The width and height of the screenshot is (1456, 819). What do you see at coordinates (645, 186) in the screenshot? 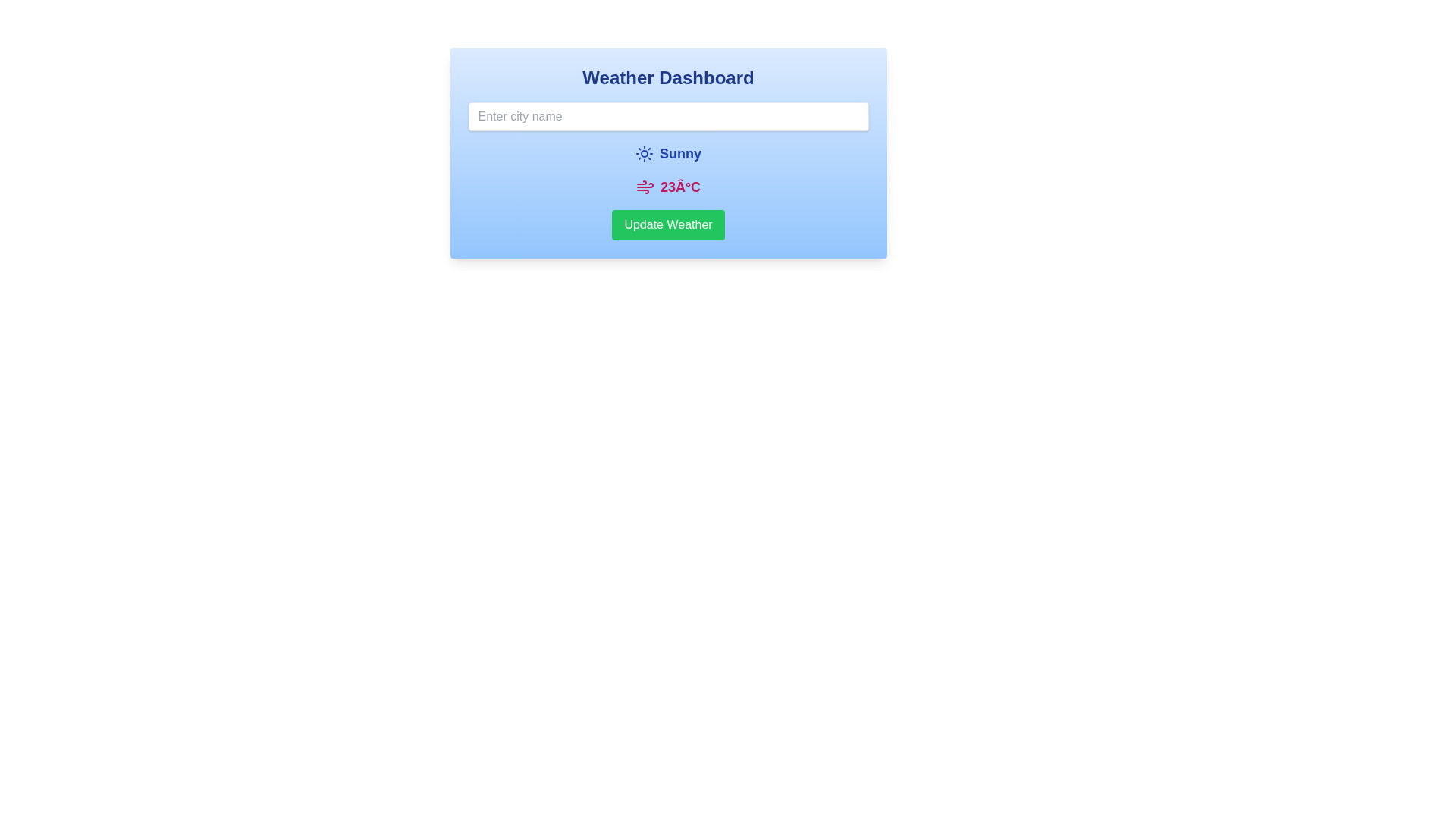
I see `the wind icon located immediately to the left of the '23°C' text in the temperature display` at bounding box center [645, 186].